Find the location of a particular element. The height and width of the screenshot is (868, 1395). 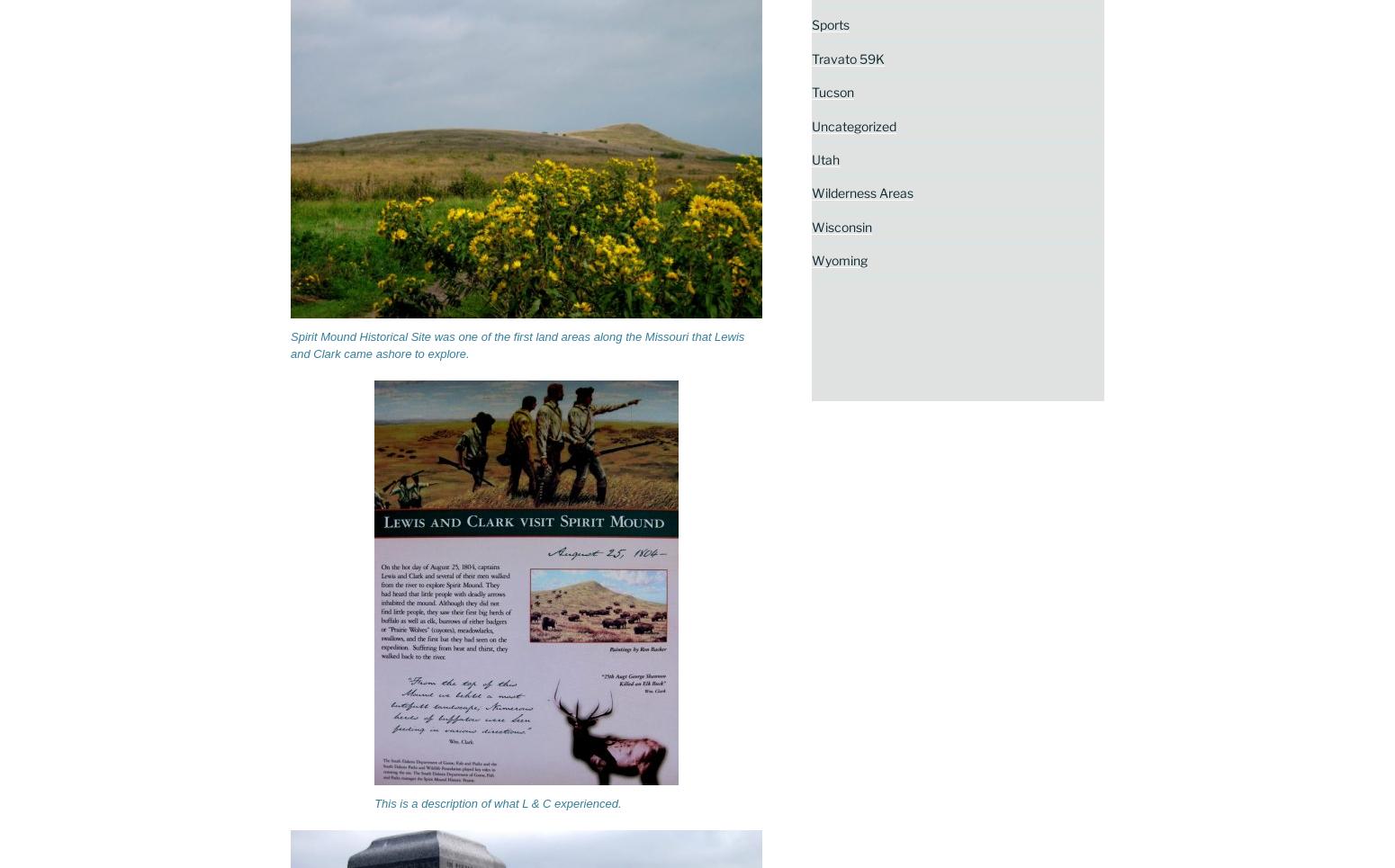

'Utah' is located at coordinates (811, 158).